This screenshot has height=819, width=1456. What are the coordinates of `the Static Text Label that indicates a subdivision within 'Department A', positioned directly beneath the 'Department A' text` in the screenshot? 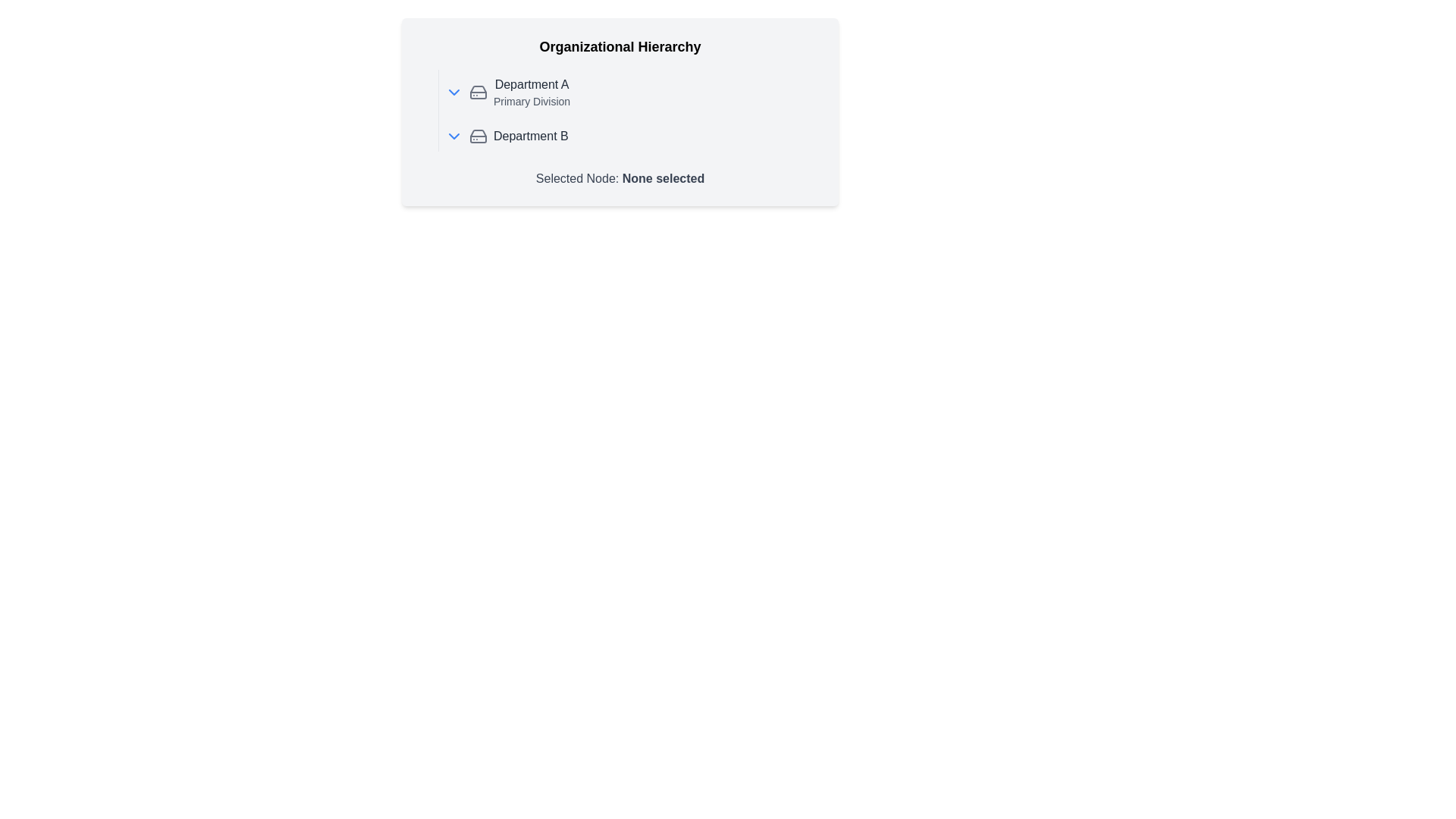 It's located at (532, 102).